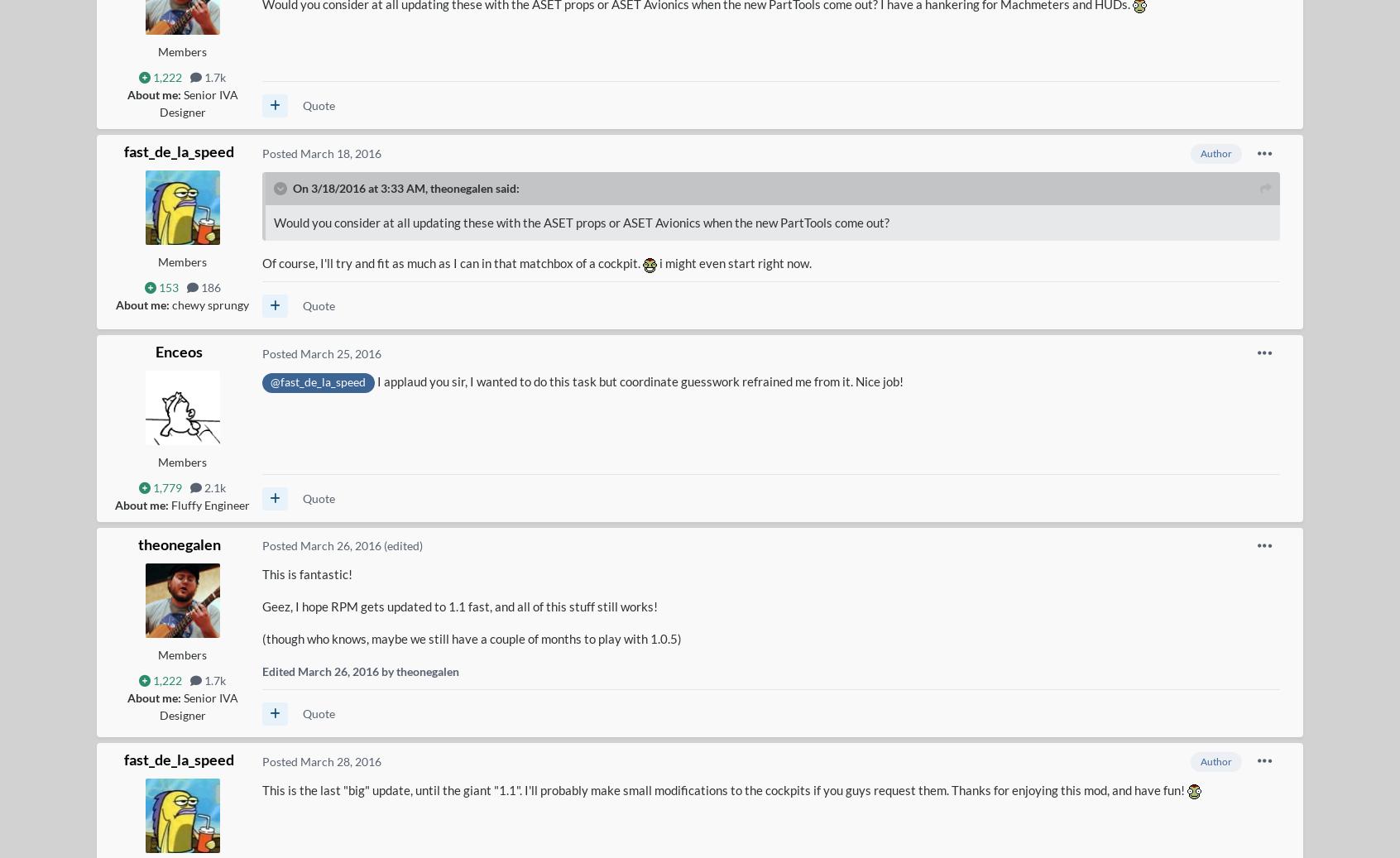  I want to click on 'March 25, 2016', so click(339, 352).